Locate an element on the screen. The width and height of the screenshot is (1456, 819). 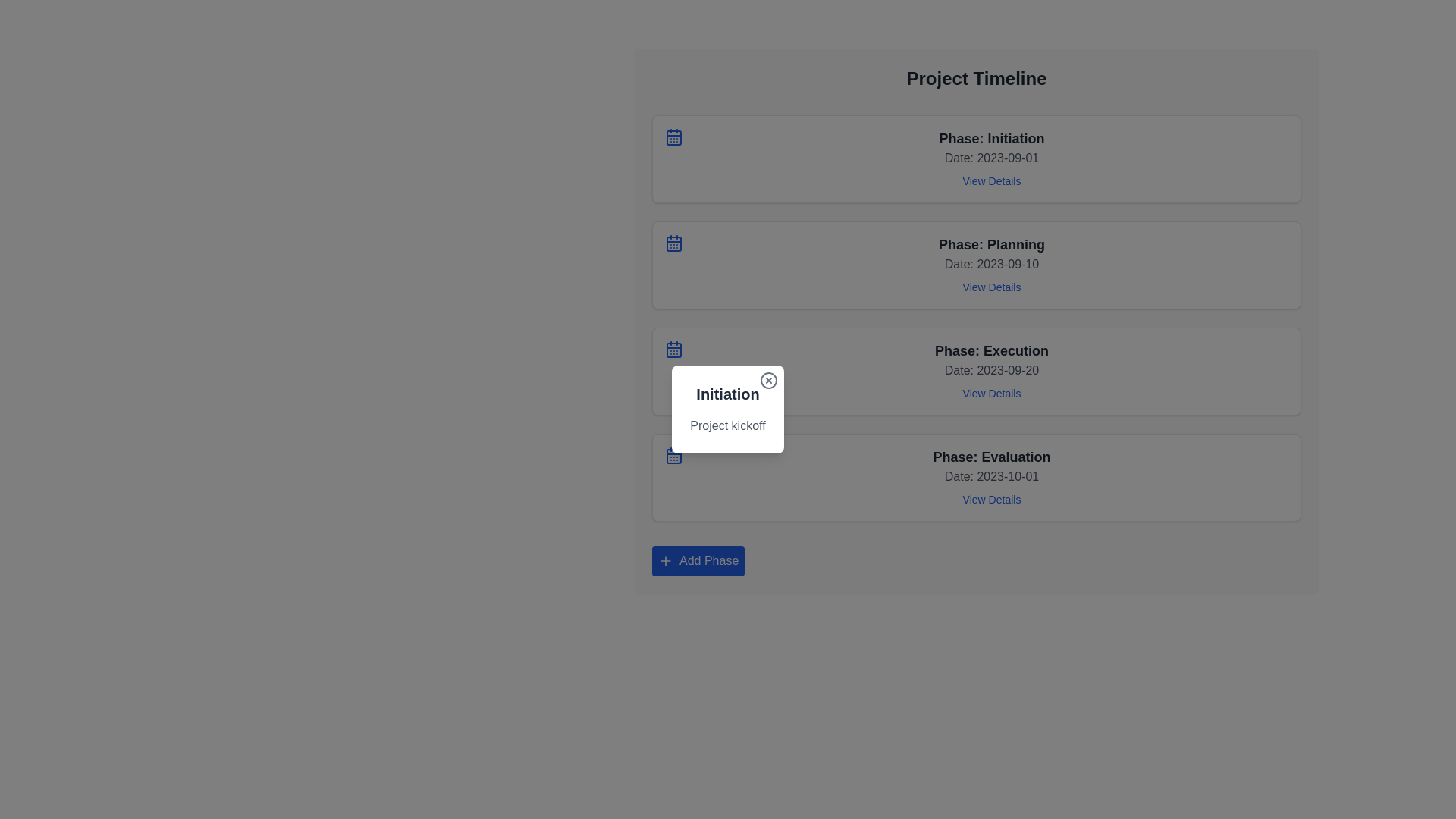
the calendar icon located in the top-left corner of the 'Phase: Initiation' card to visually indicate the date-related function is located at coordinates (673, 137).